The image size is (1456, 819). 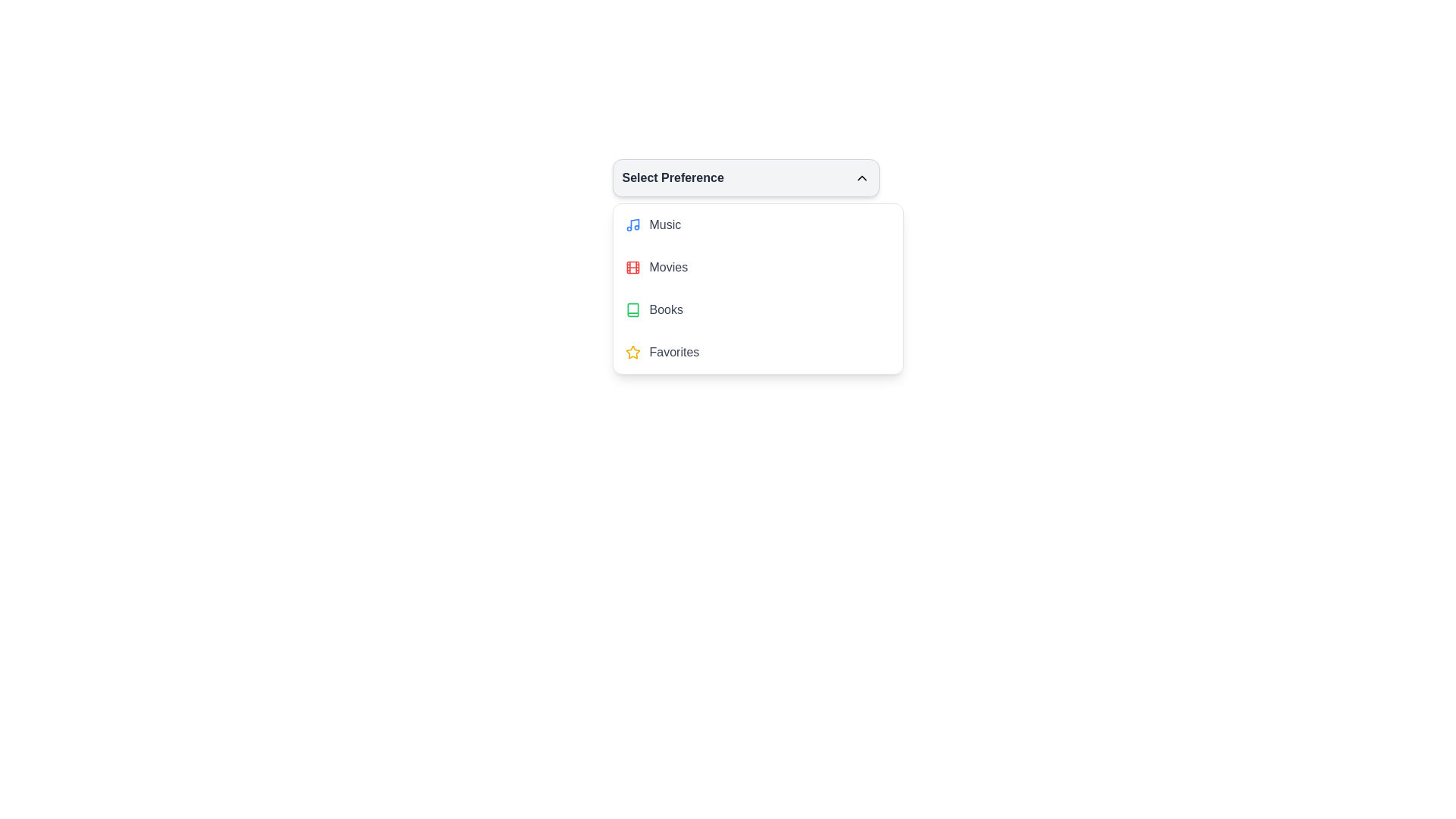 What do you see at coordinates (632, 267) in the screenshot?
I see `the red film reel icon located to the left of the 'Movies' text label in the dropdown menu` at bounding box center [632, 267].